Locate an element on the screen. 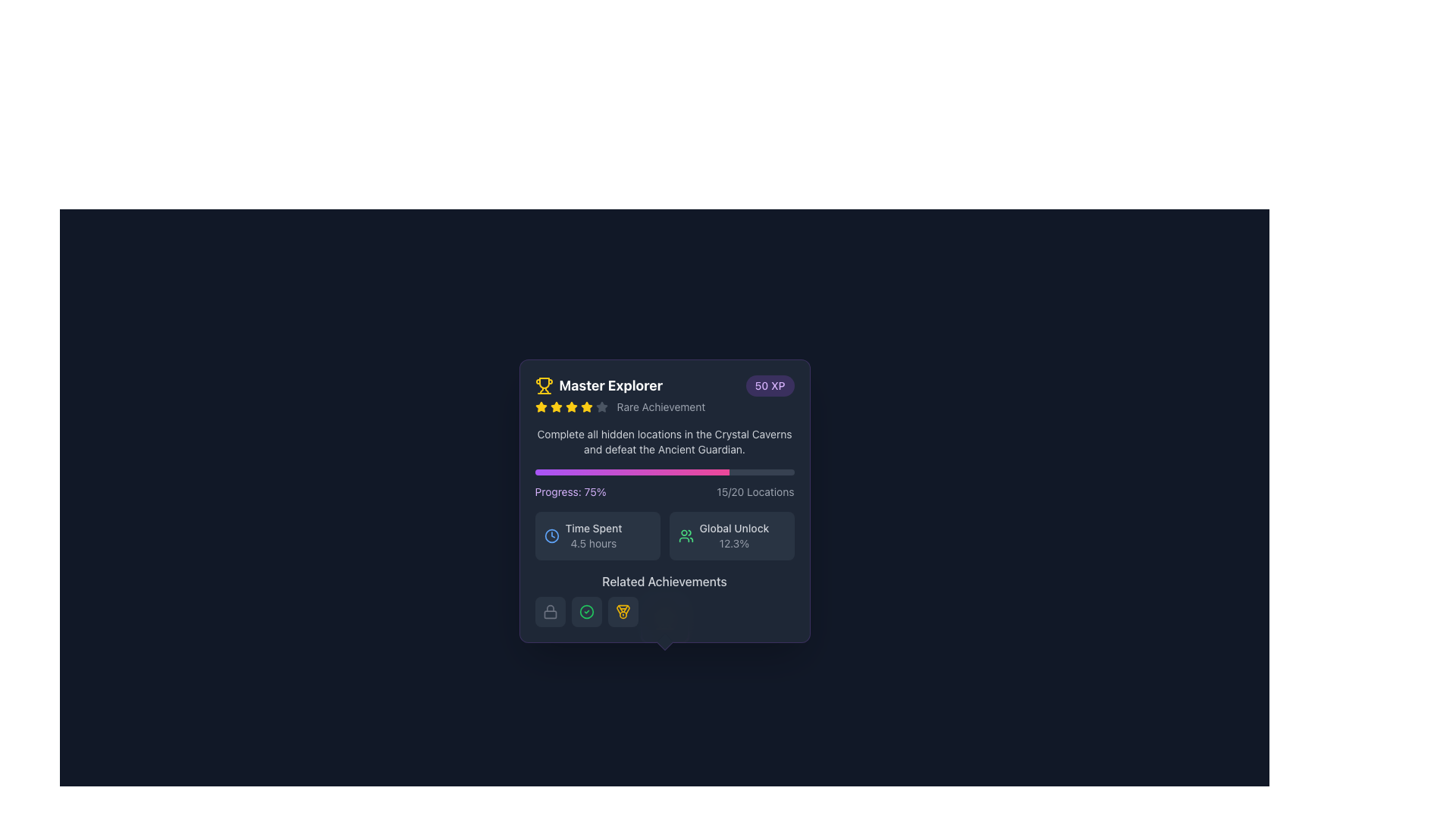 This screenshot has width=1456, height=819. informational content of the text element that describes the achievement task 'Master Explorer', located beneath the title within the popup modal is located at coordinates (664, 441).